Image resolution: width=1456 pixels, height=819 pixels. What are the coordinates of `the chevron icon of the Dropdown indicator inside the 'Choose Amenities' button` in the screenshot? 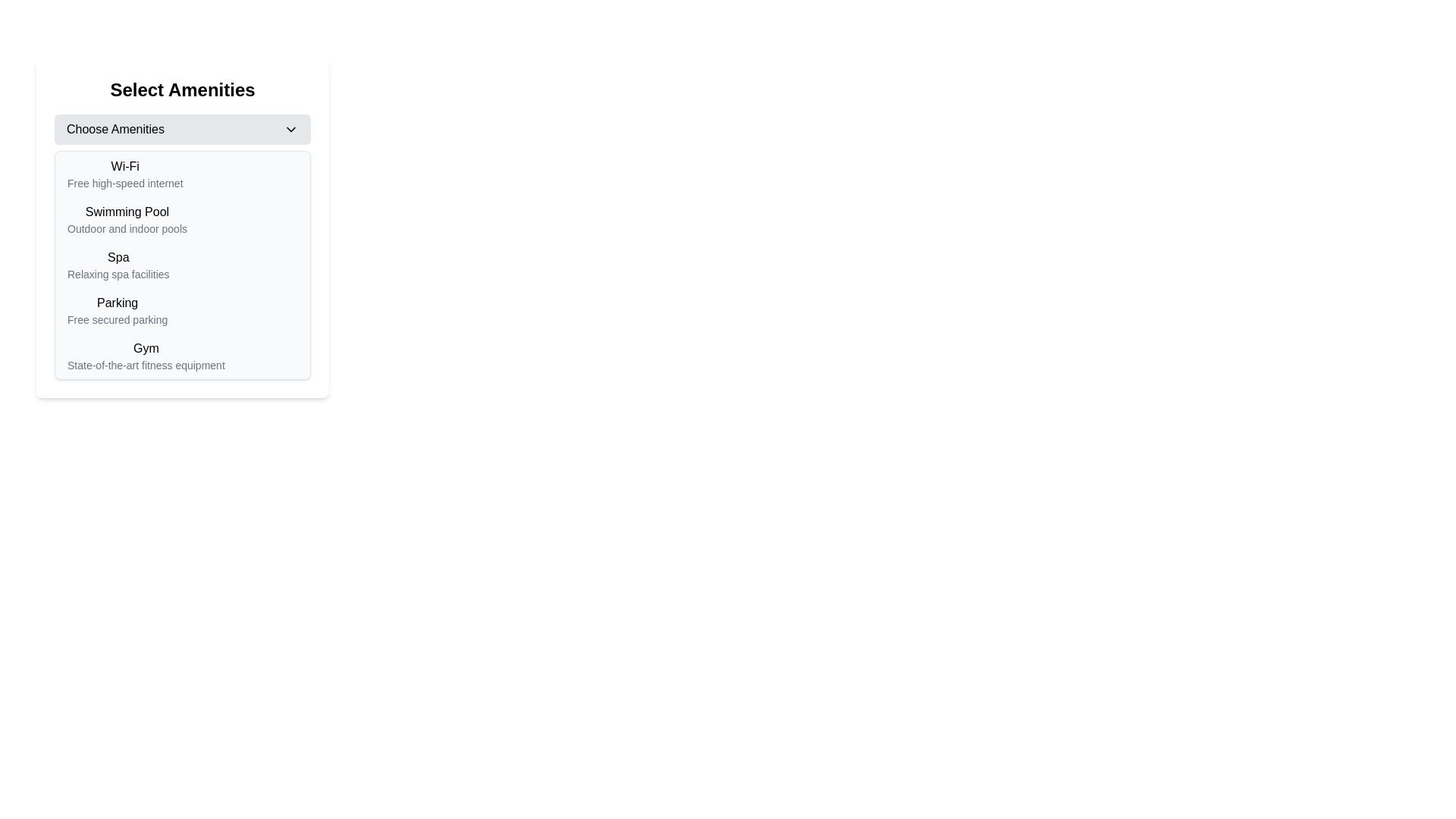 It's located at (291, 128).